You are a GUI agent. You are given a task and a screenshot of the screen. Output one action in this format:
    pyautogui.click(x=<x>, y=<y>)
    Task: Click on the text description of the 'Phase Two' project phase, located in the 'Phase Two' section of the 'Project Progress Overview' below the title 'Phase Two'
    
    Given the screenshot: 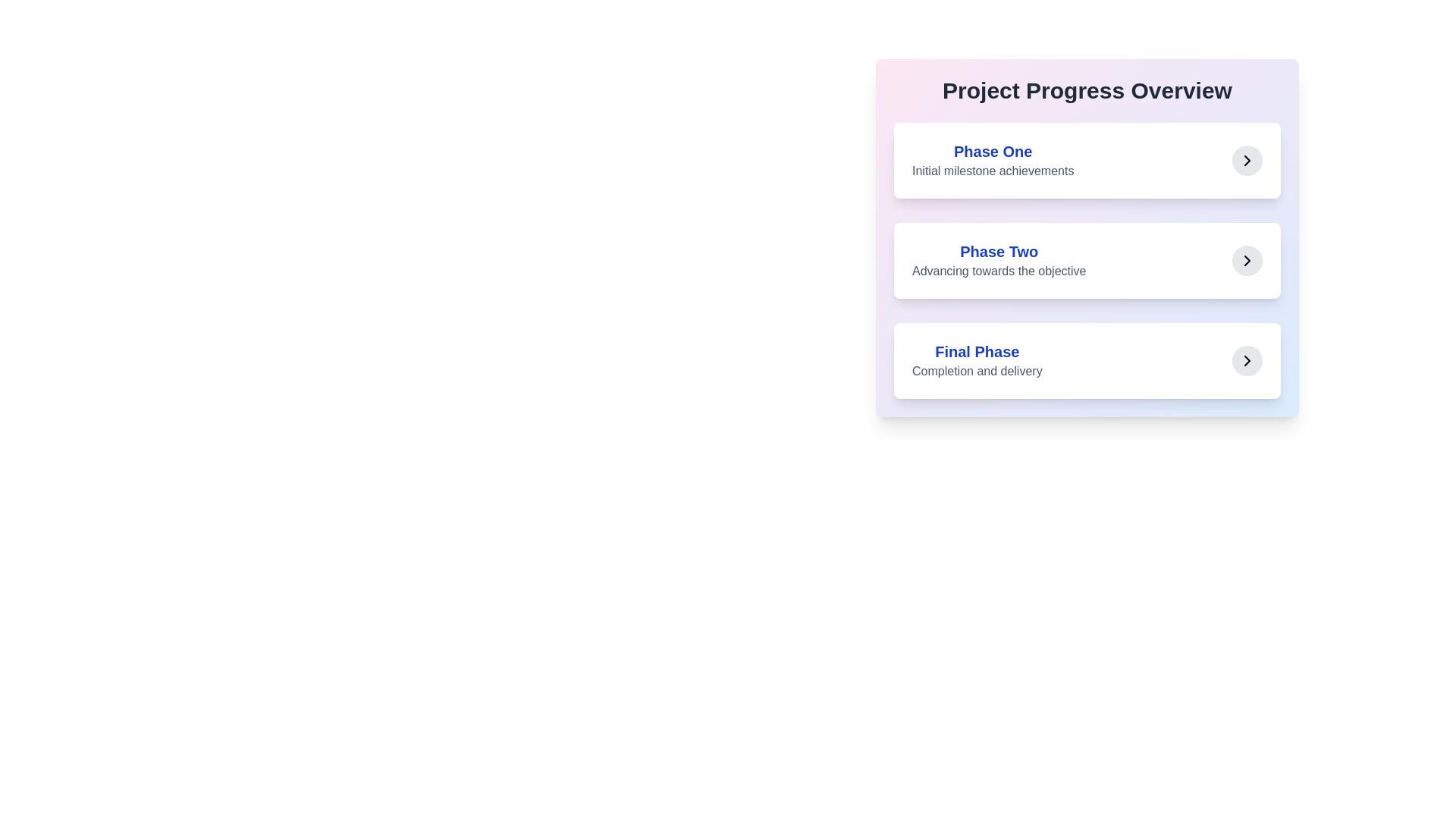 What is the action you would take?
    pyautogui.click(x=999, y=271)
    